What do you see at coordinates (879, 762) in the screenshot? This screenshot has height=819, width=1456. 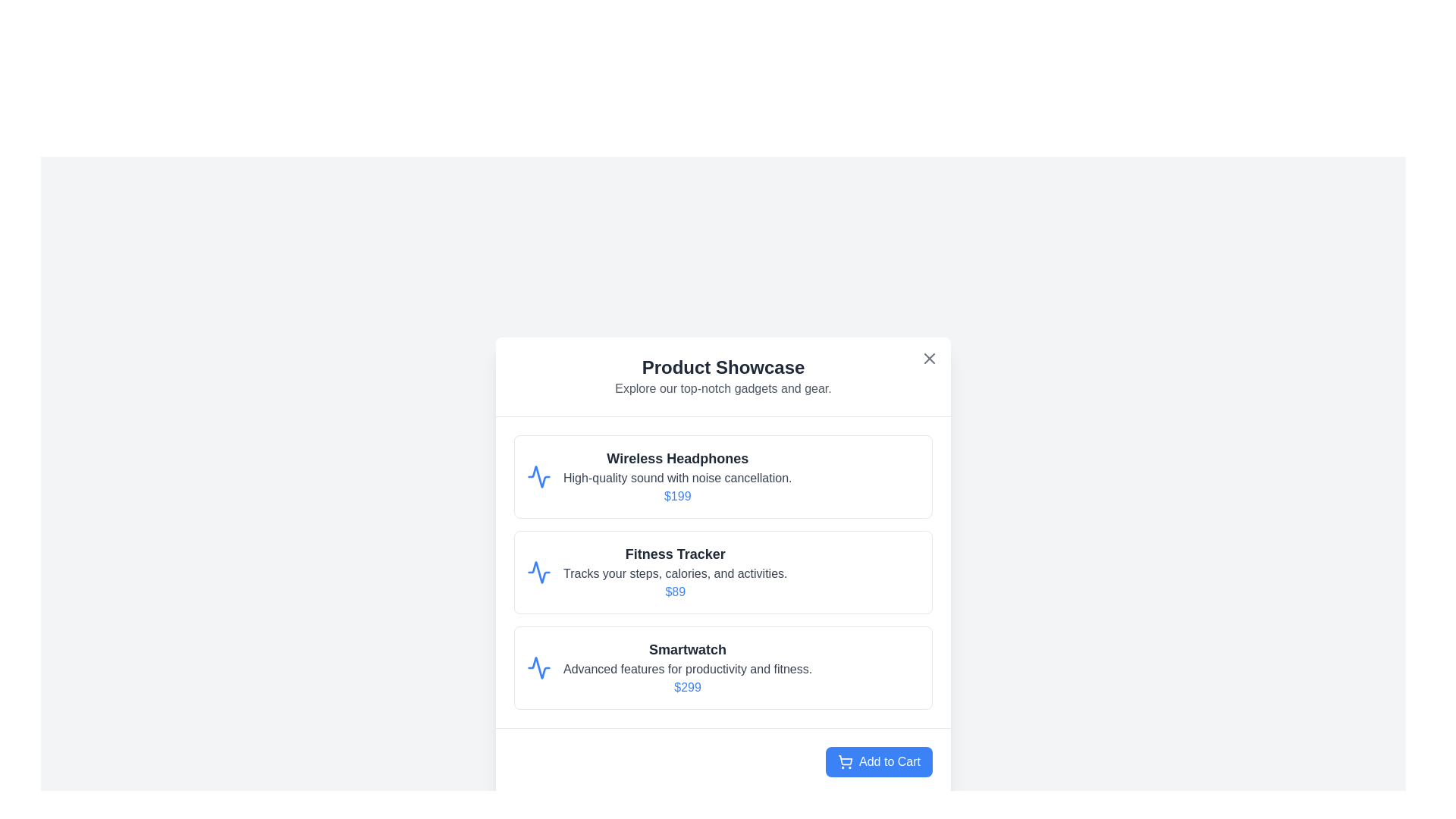 I see `the blue rectangular button with rounded edges that has a white shopping cart icon and the text 'Add to Cart'` at bounding box center [879, 762].